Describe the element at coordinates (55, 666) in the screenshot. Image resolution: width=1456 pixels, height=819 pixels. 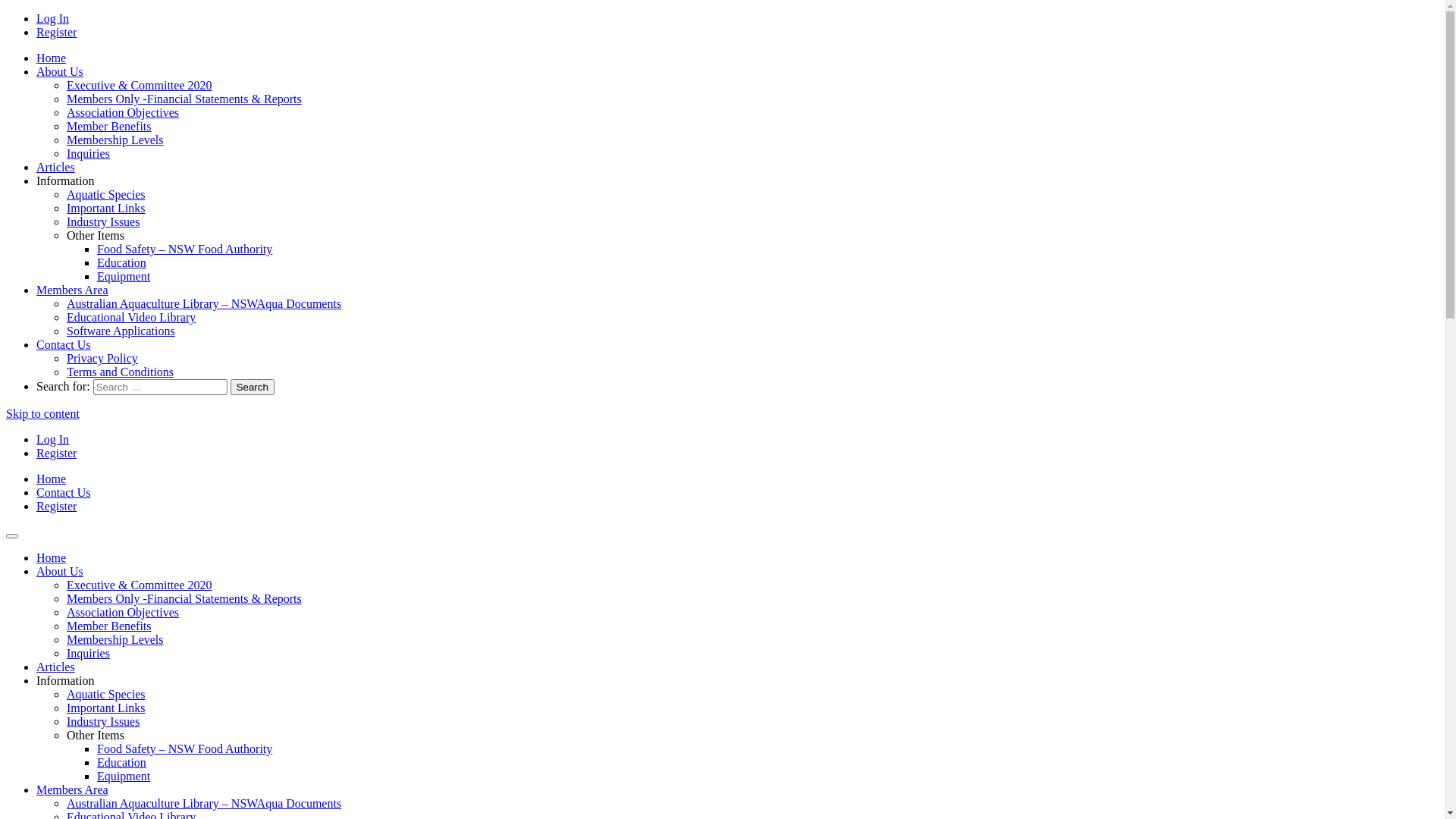
I see `'Articles'` at that location.